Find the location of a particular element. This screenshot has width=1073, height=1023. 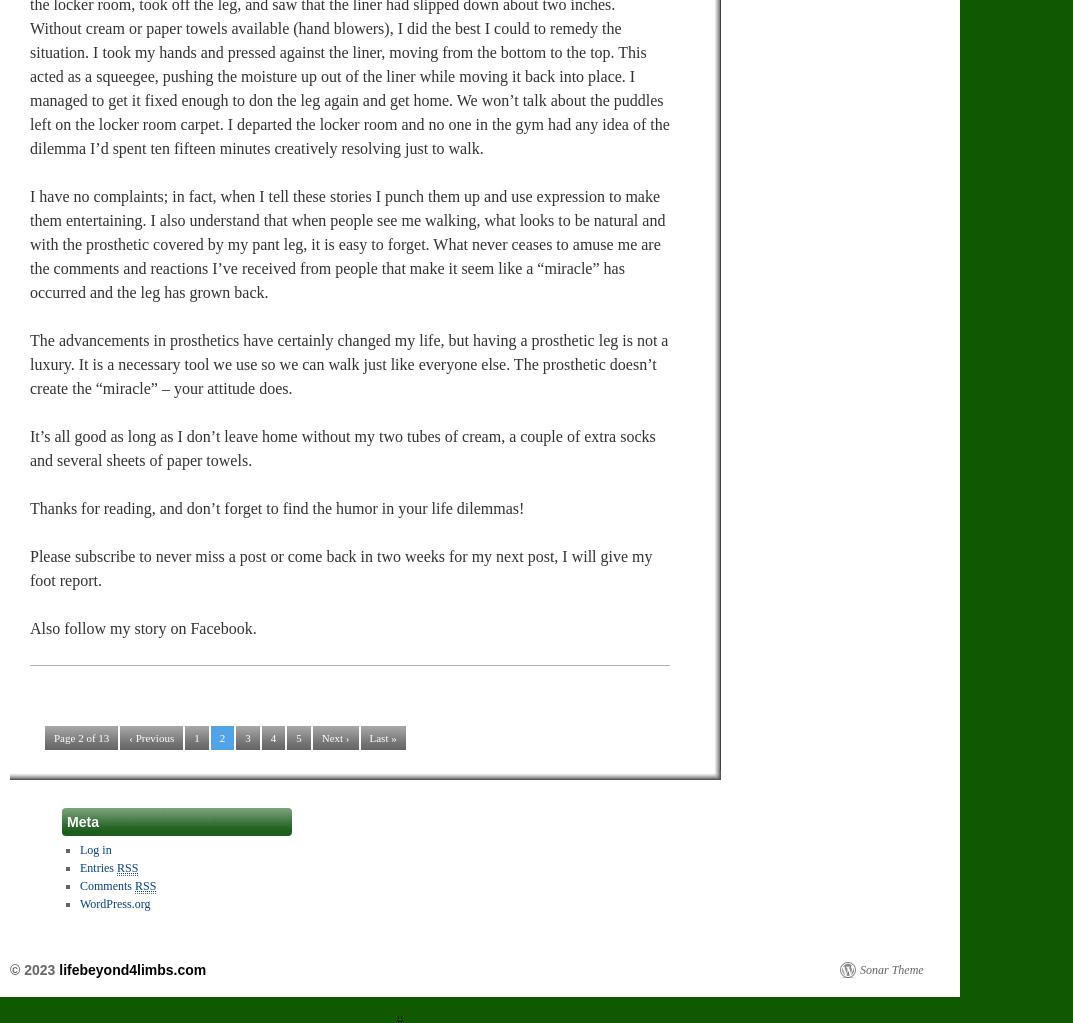

'It’s all good as long as I don’t leave home without my two tubes of cream, a couple of extra socks and several sheets of paper towels.' is located at coordinates (29, 446).